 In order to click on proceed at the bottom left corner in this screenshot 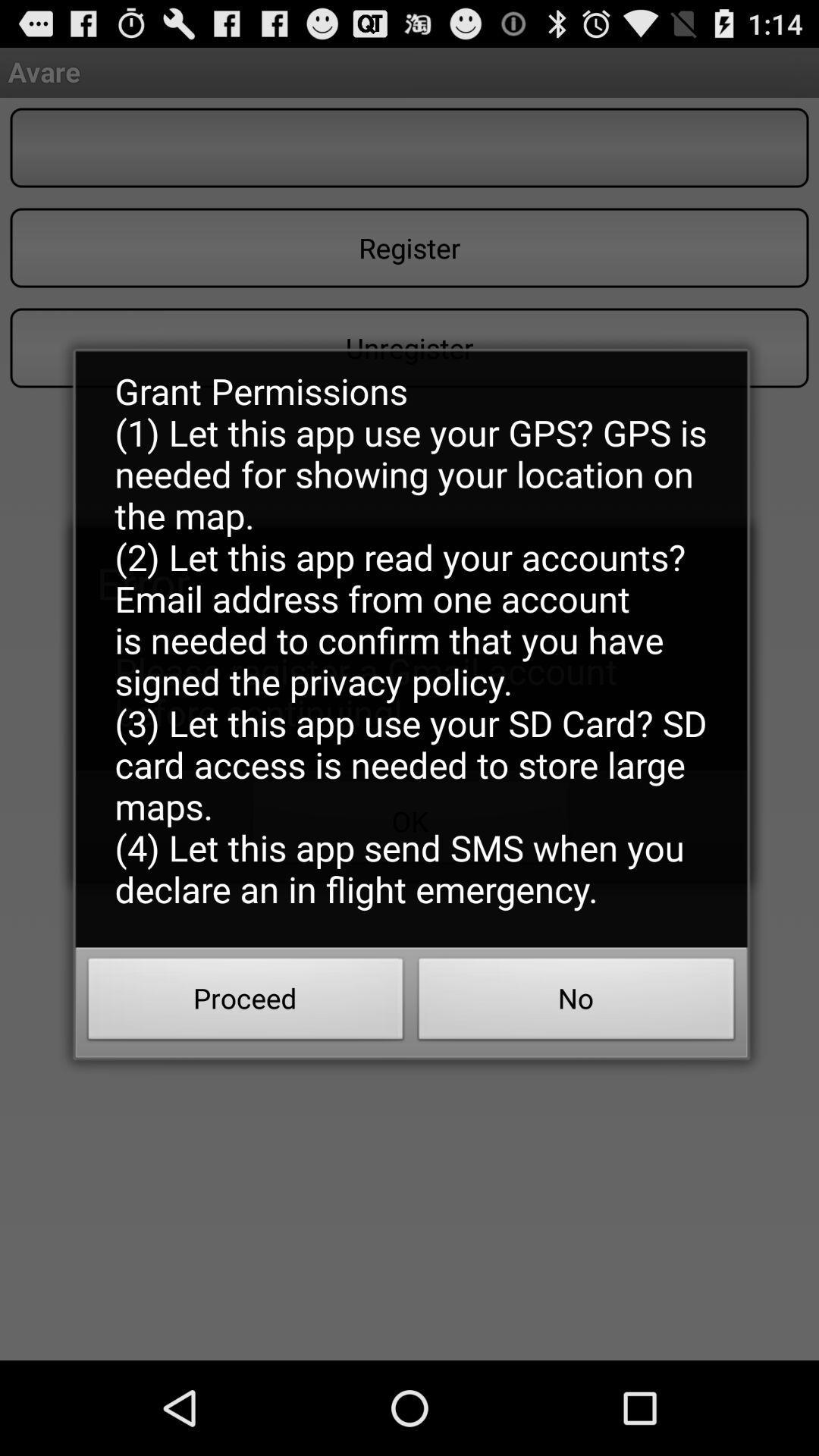, I will do `click(245, 1003)`.